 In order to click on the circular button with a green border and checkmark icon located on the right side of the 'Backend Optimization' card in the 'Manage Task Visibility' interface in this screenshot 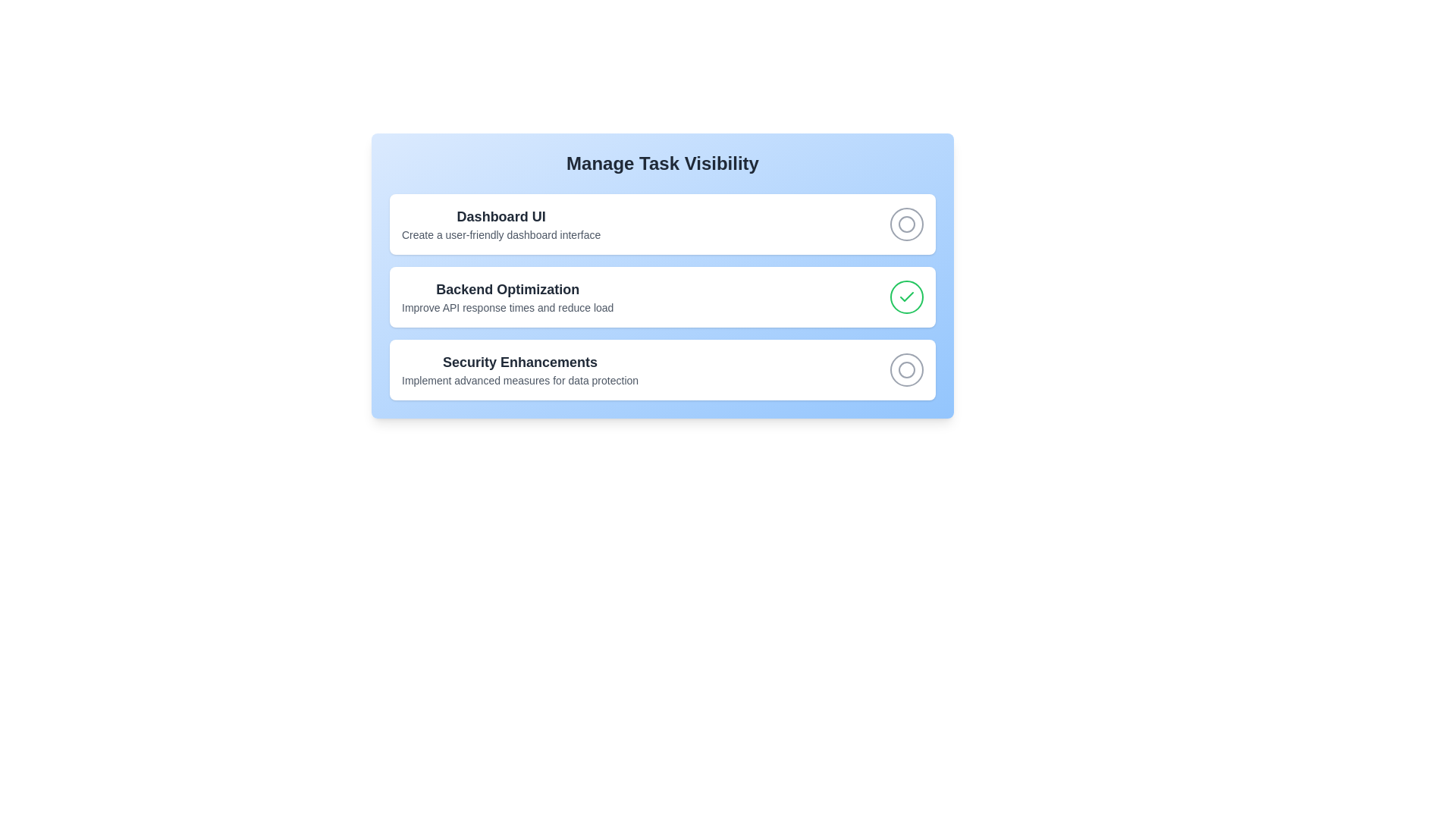, I will do `click(906, 297)`.